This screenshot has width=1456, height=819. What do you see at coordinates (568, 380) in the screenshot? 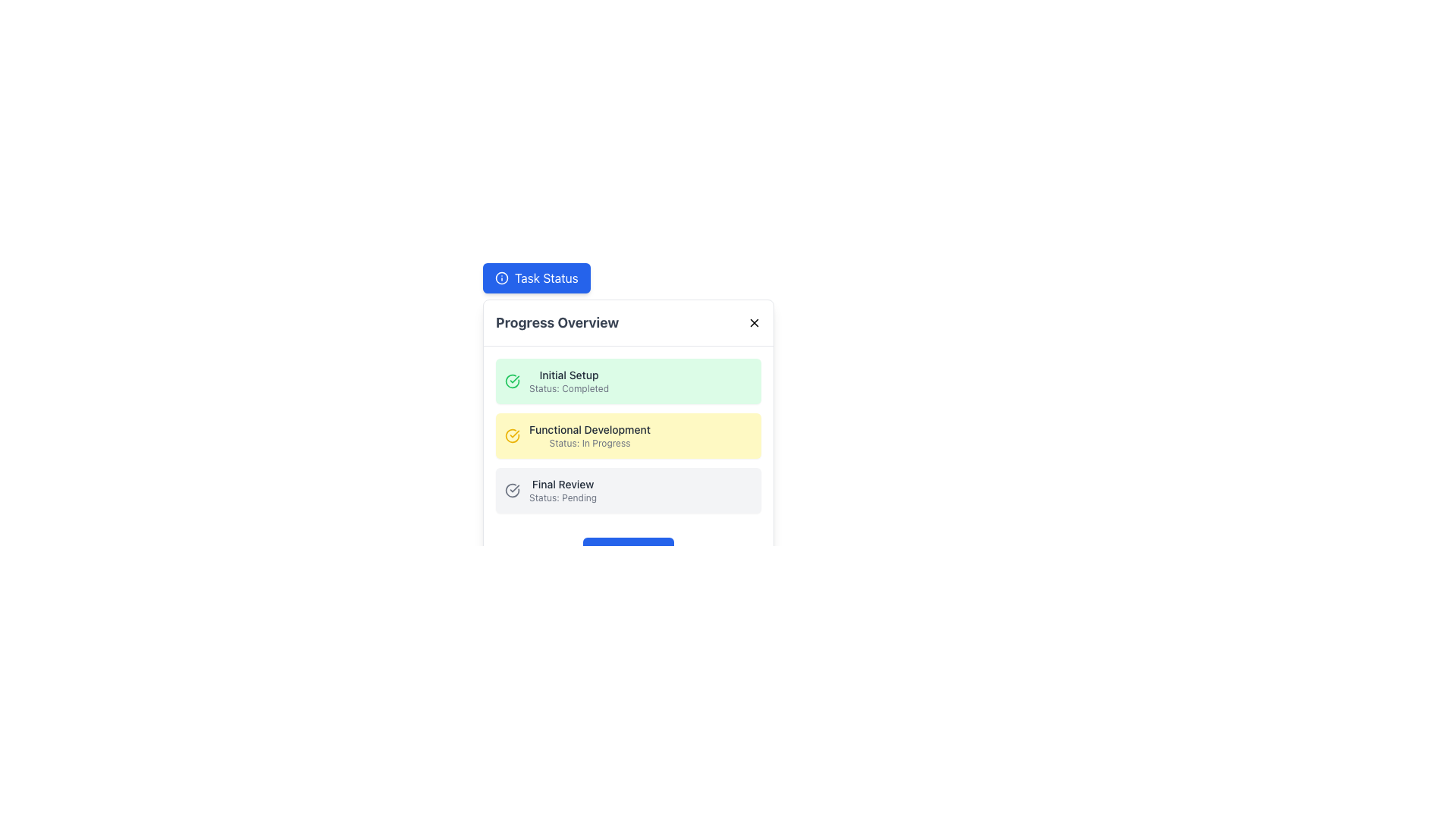
I see `text from the status indicator labeled 'Initial Setup' located to the right of the green checkmark icon in the completed tasks section` at bounding box center [568, 380].